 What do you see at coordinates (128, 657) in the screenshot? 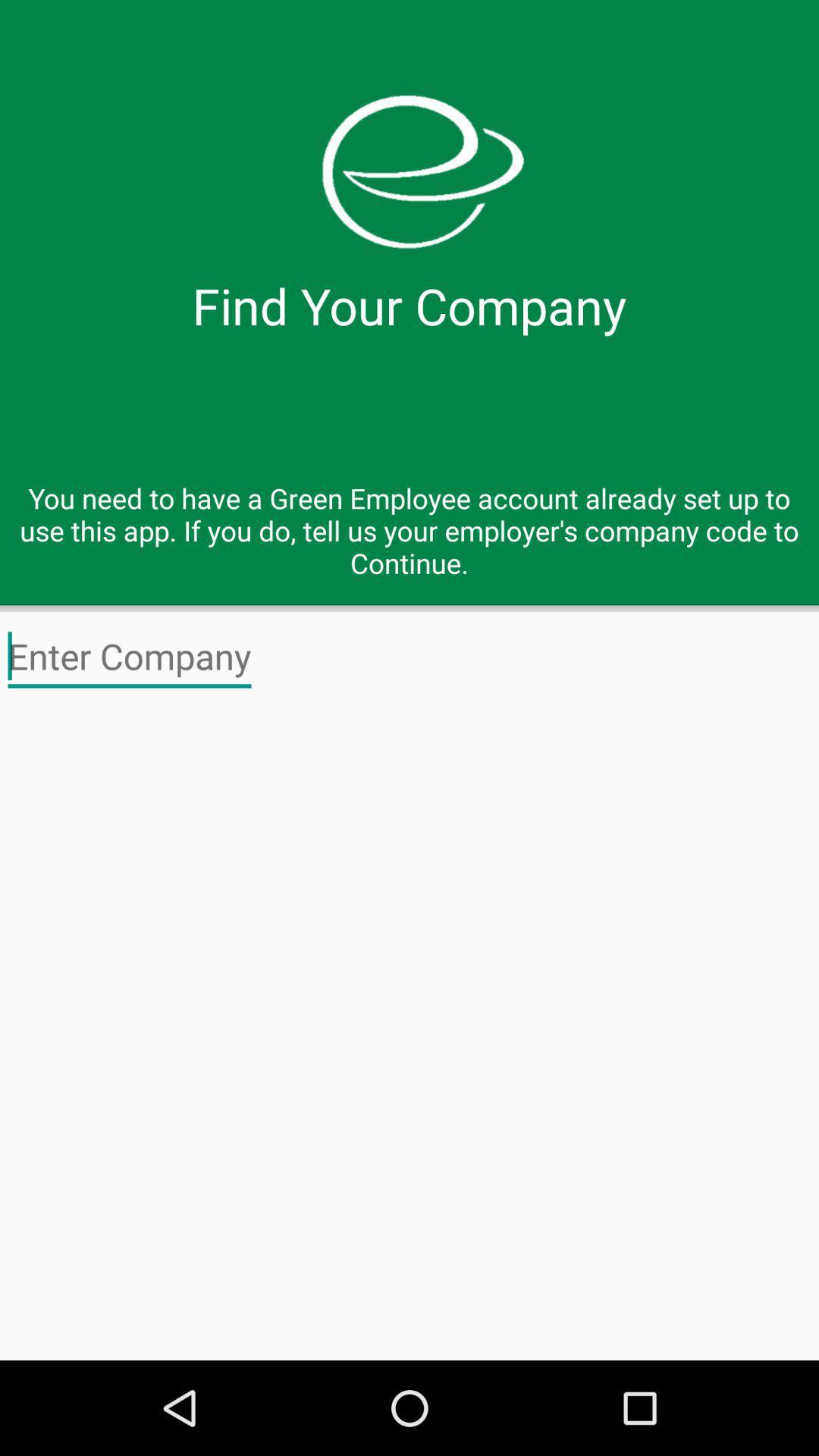
I see `company` at bounding box center [128, 657].